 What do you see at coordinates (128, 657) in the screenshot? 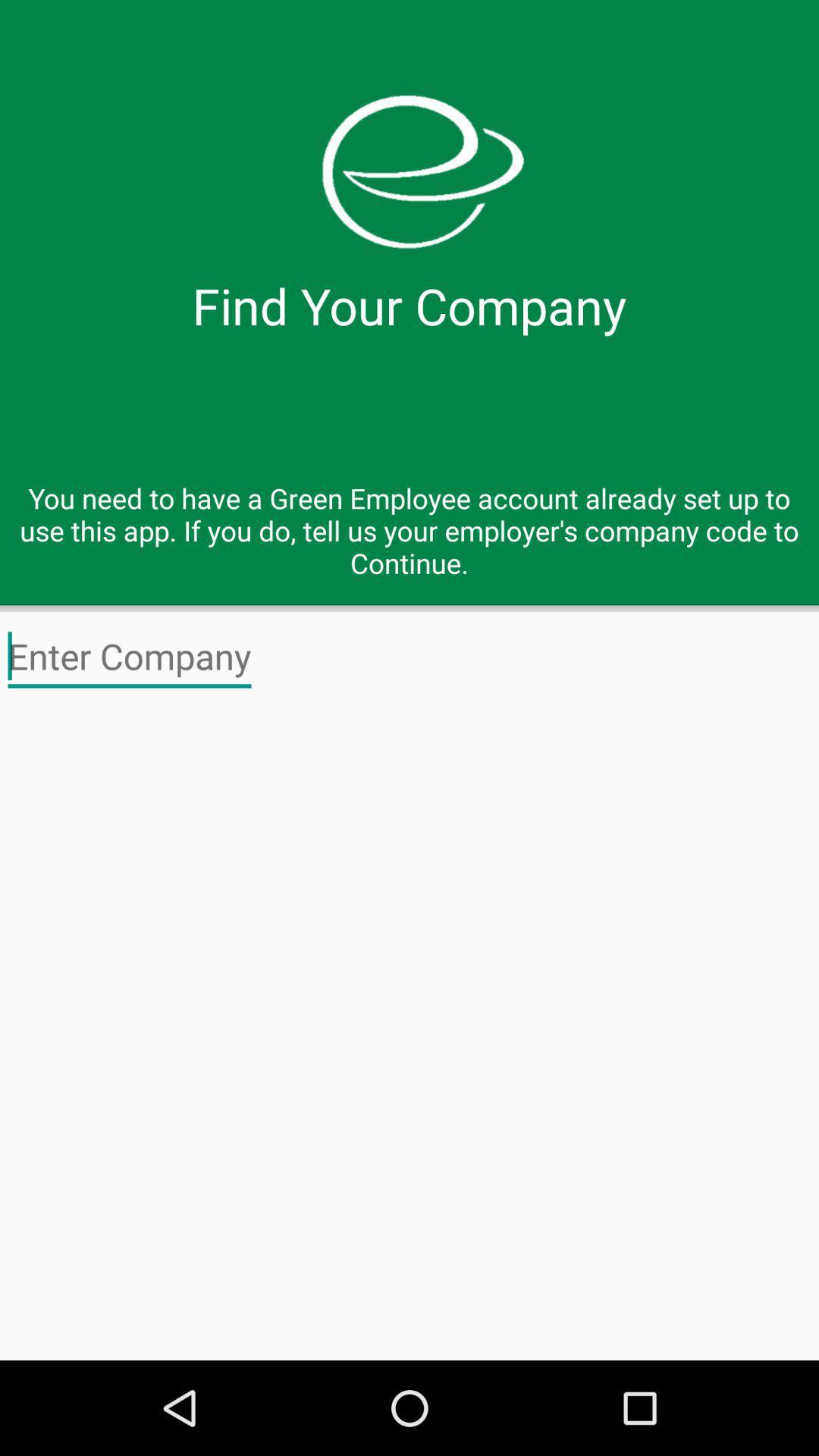
I see `company` at bounding box center [128, 657].